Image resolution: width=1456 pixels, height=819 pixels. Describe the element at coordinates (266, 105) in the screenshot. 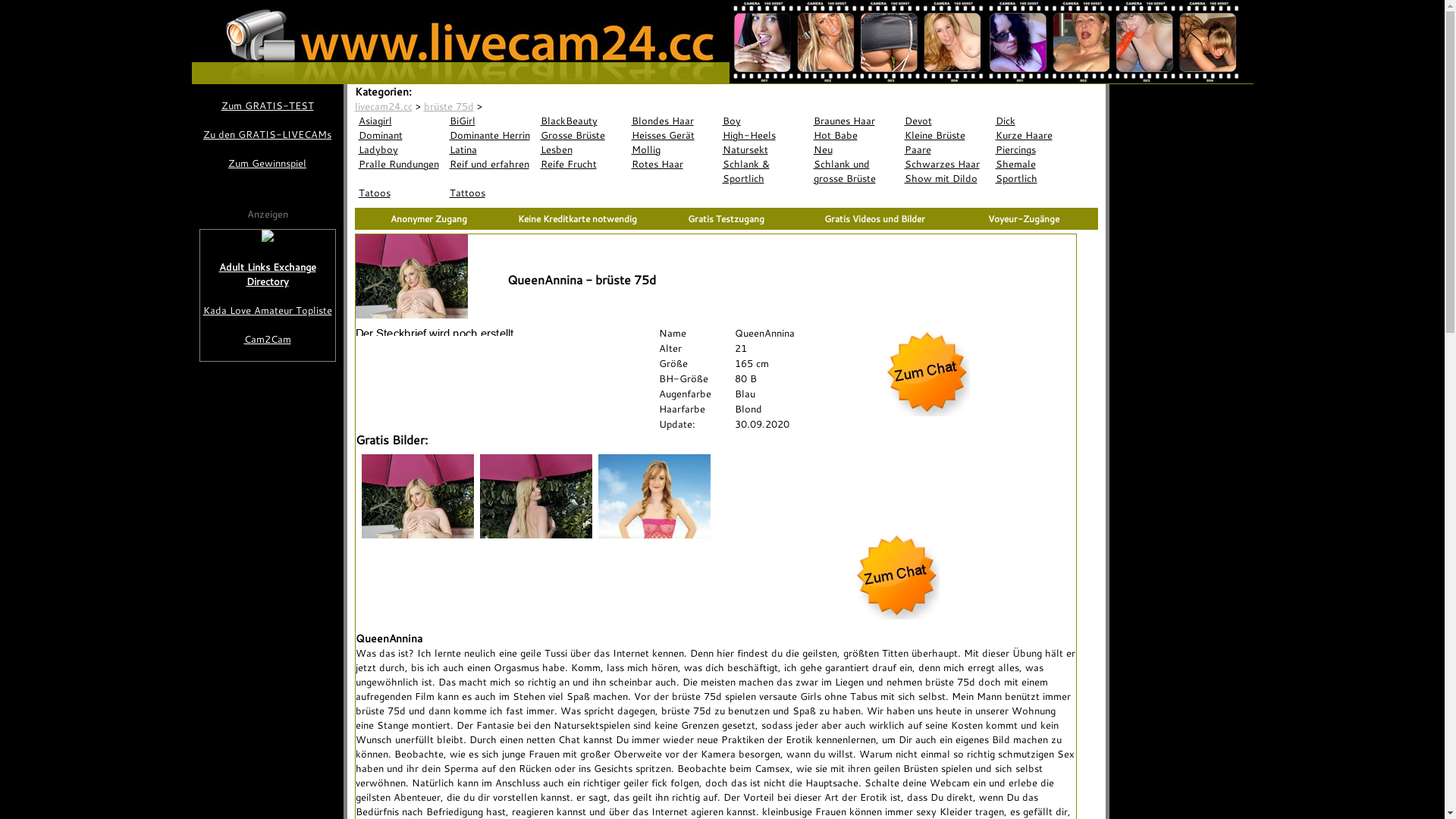

I see `'Zum GRATIS-TEST'` at that location.